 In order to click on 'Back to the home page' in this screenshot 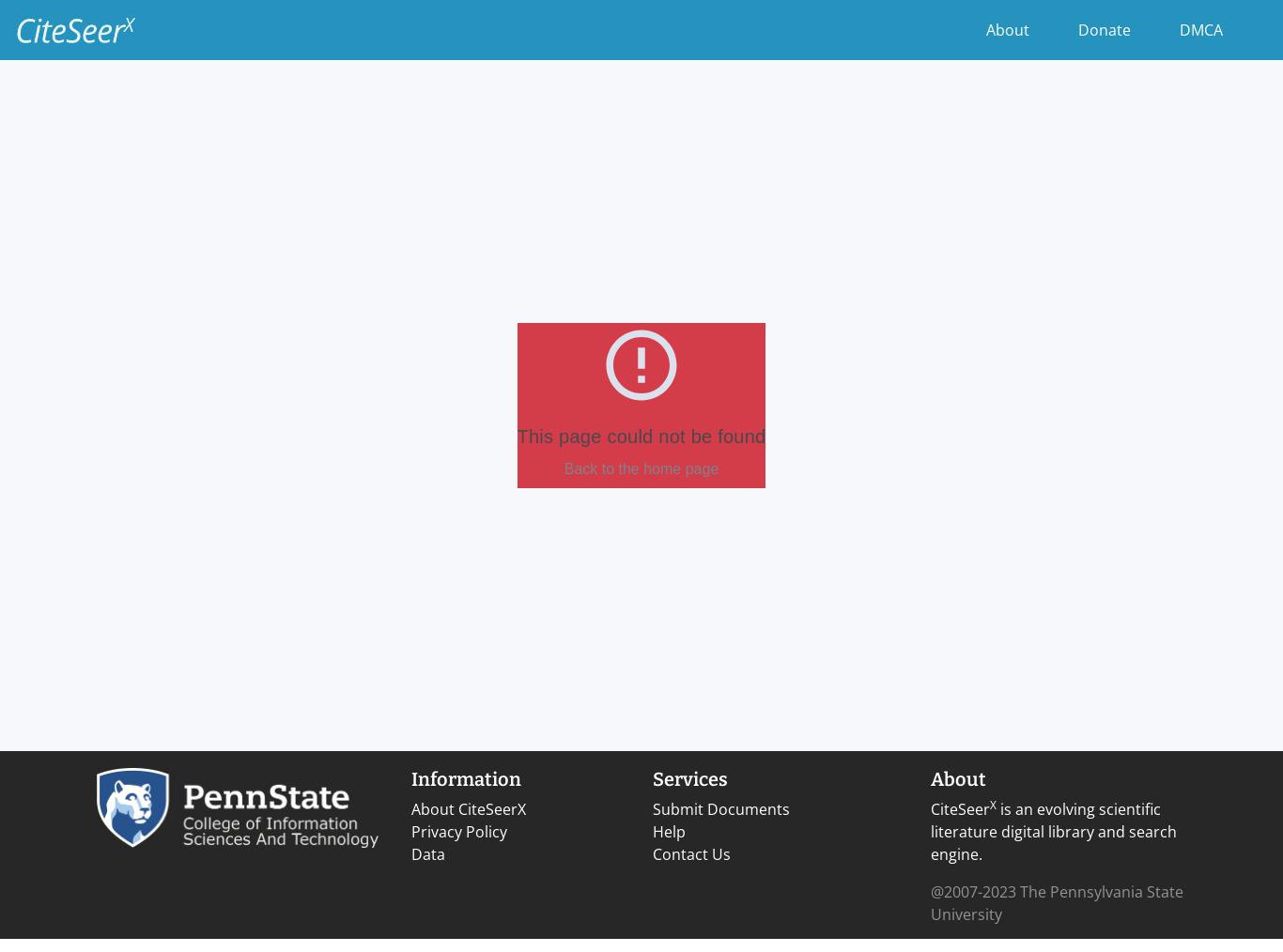, I will do `click(640, 468)`.